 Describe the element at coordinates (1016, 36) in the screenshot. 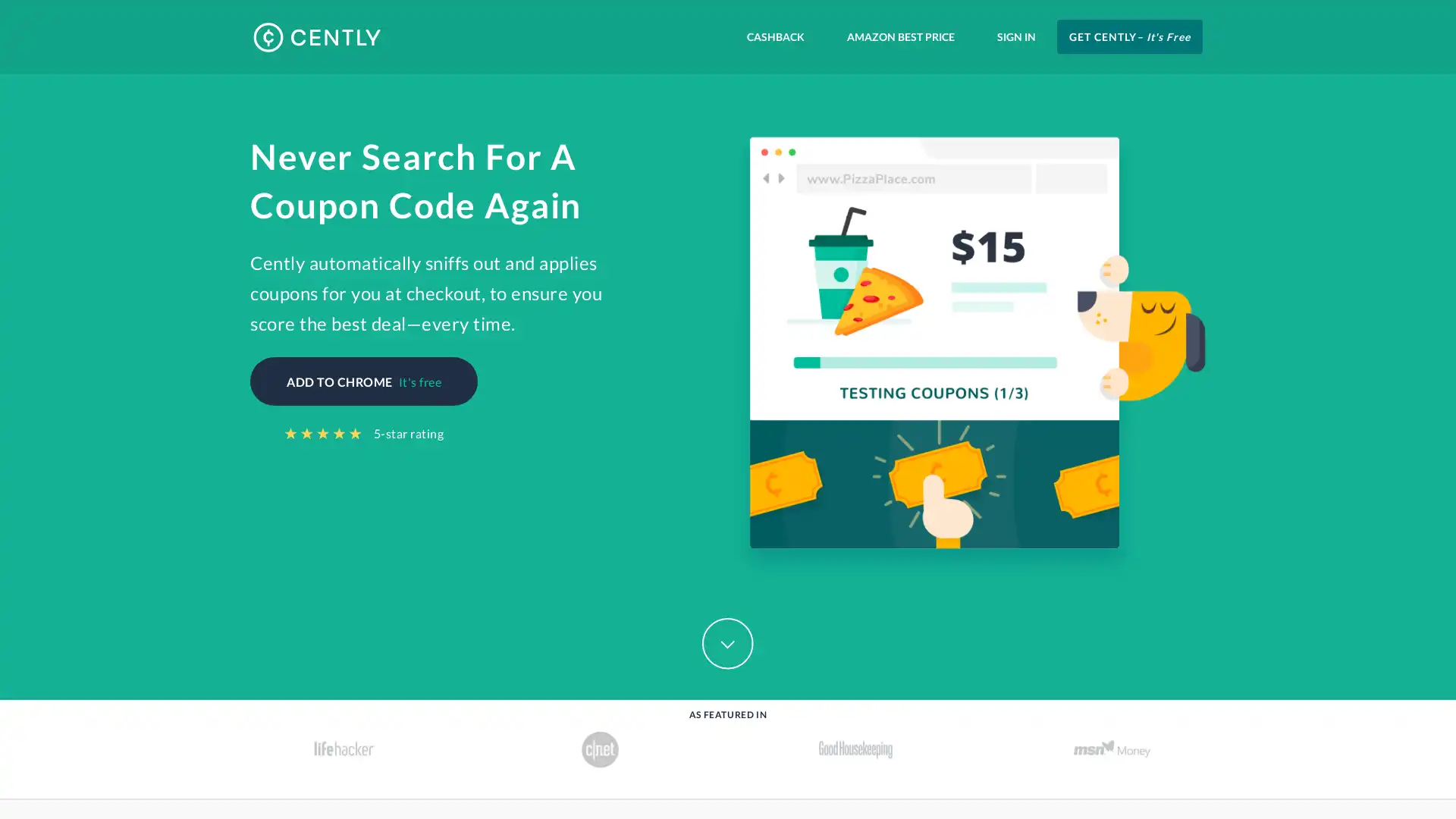

I see `SIGN IN` at that location.